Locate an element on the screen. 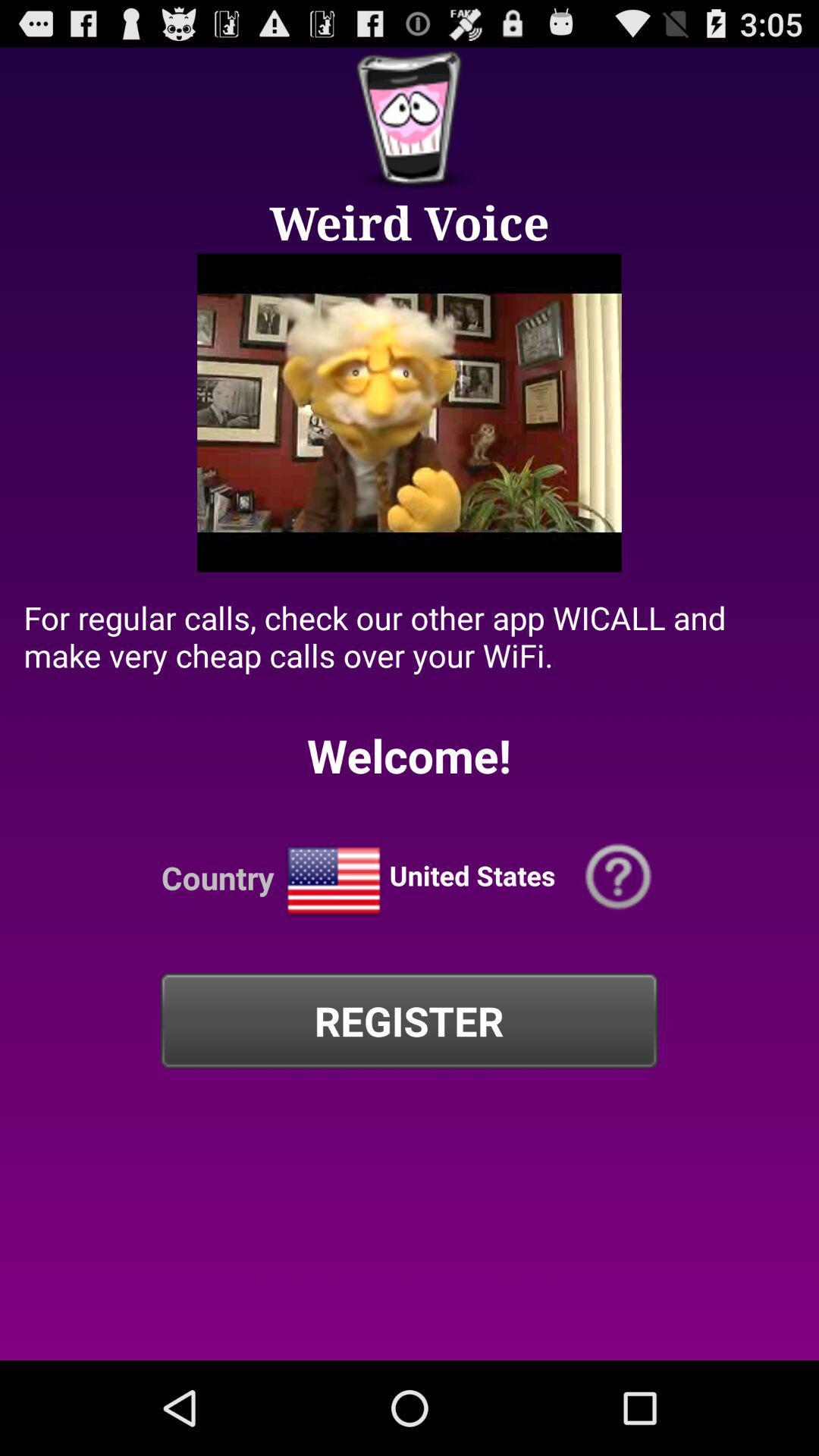 The width and height of the screenshot is (819, 1456). opens help menu is located at coordinates (618, 877).